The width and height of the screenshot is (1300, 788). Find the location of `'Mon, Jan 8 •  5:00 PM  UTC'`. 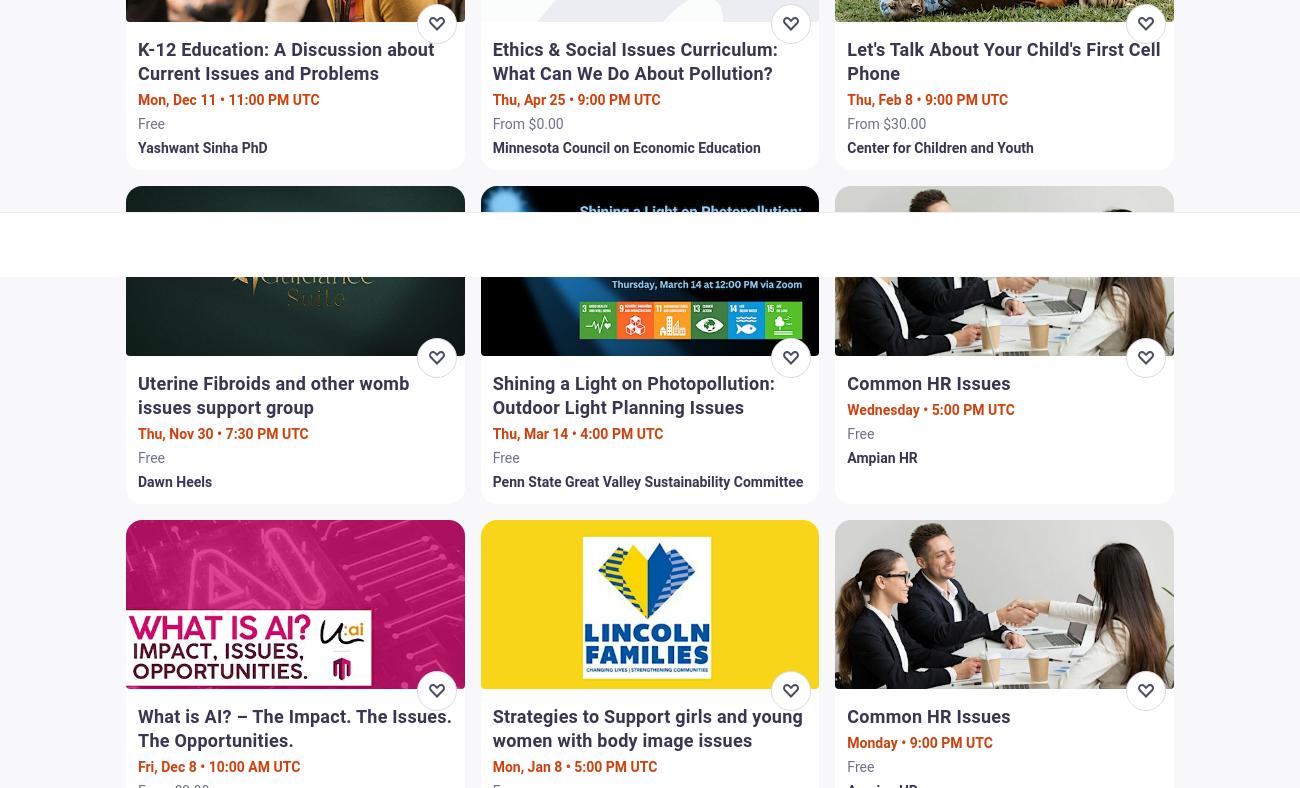

'Mon, Jan 8 •  5:00 PM  UTC' is located at coordinates (573, 766).